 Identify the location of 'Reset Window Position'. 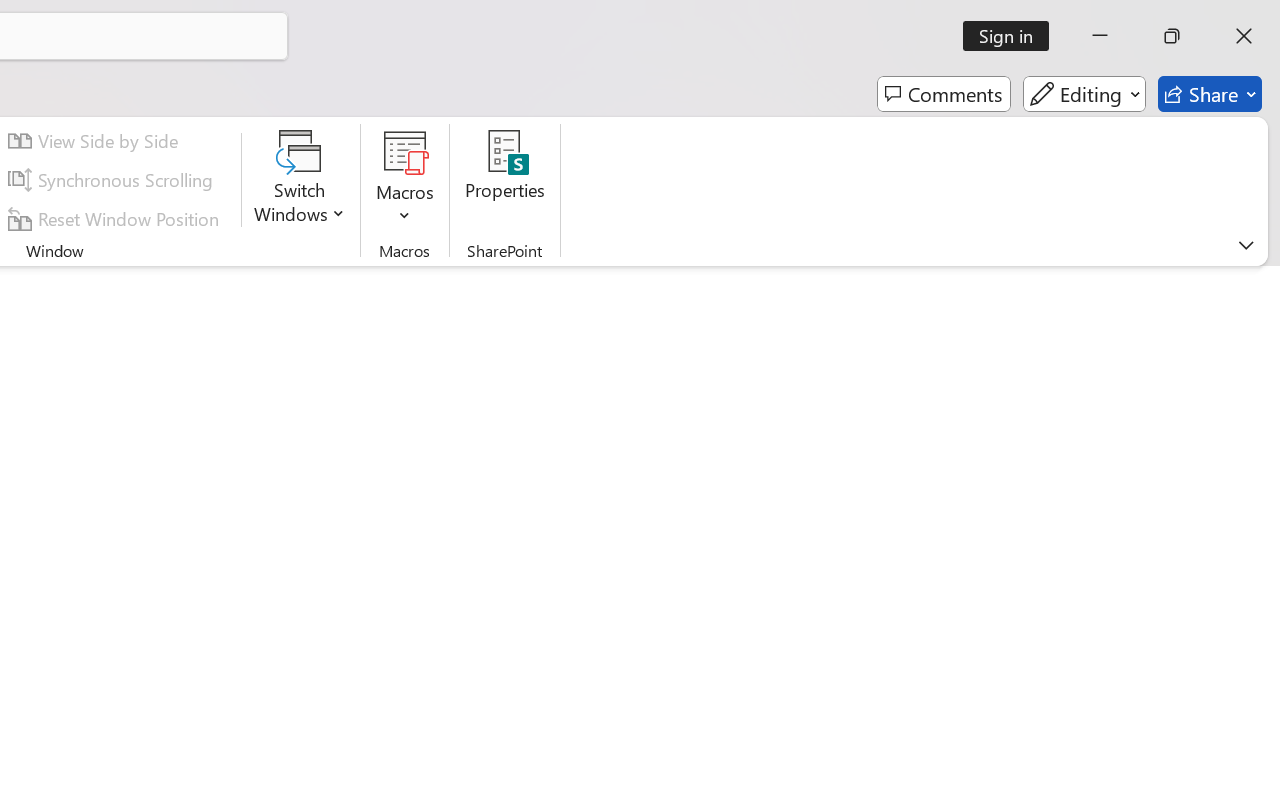
(116, 218).